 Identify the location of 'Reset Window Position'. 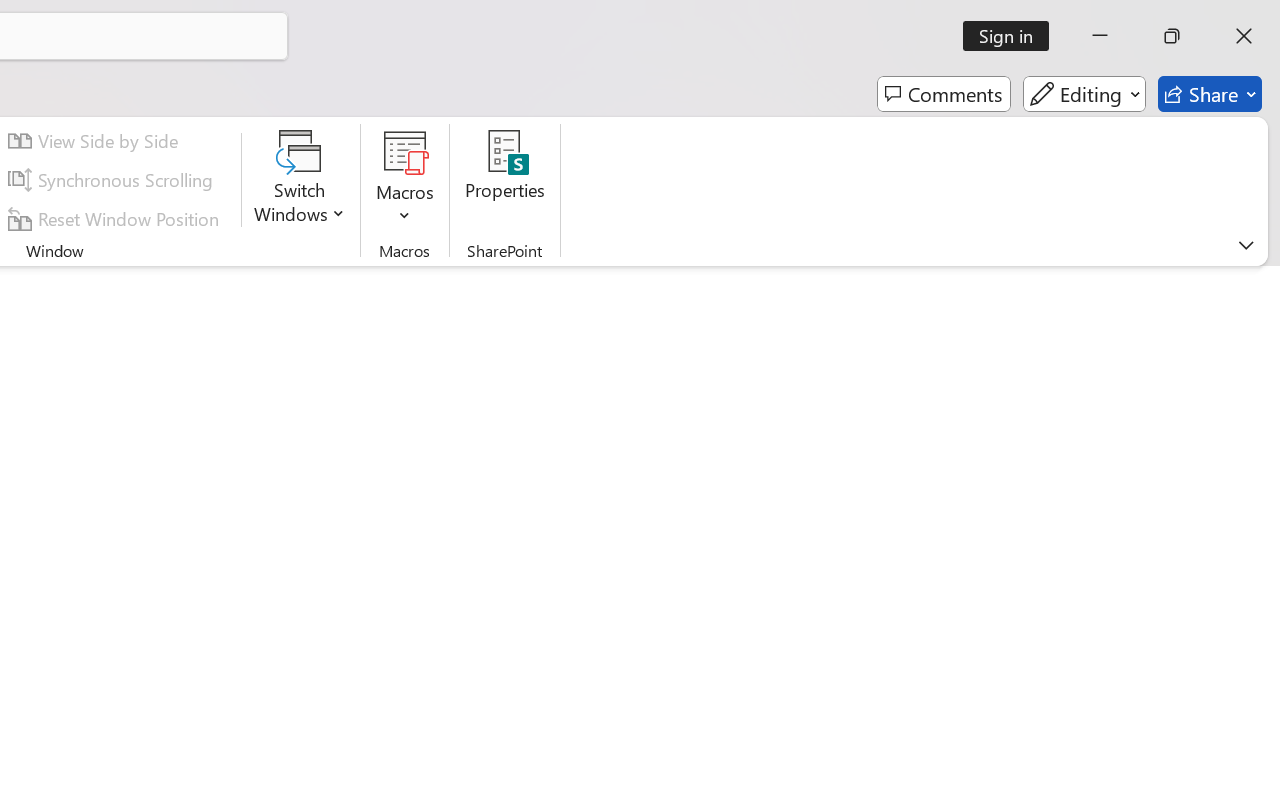
(116, 218).